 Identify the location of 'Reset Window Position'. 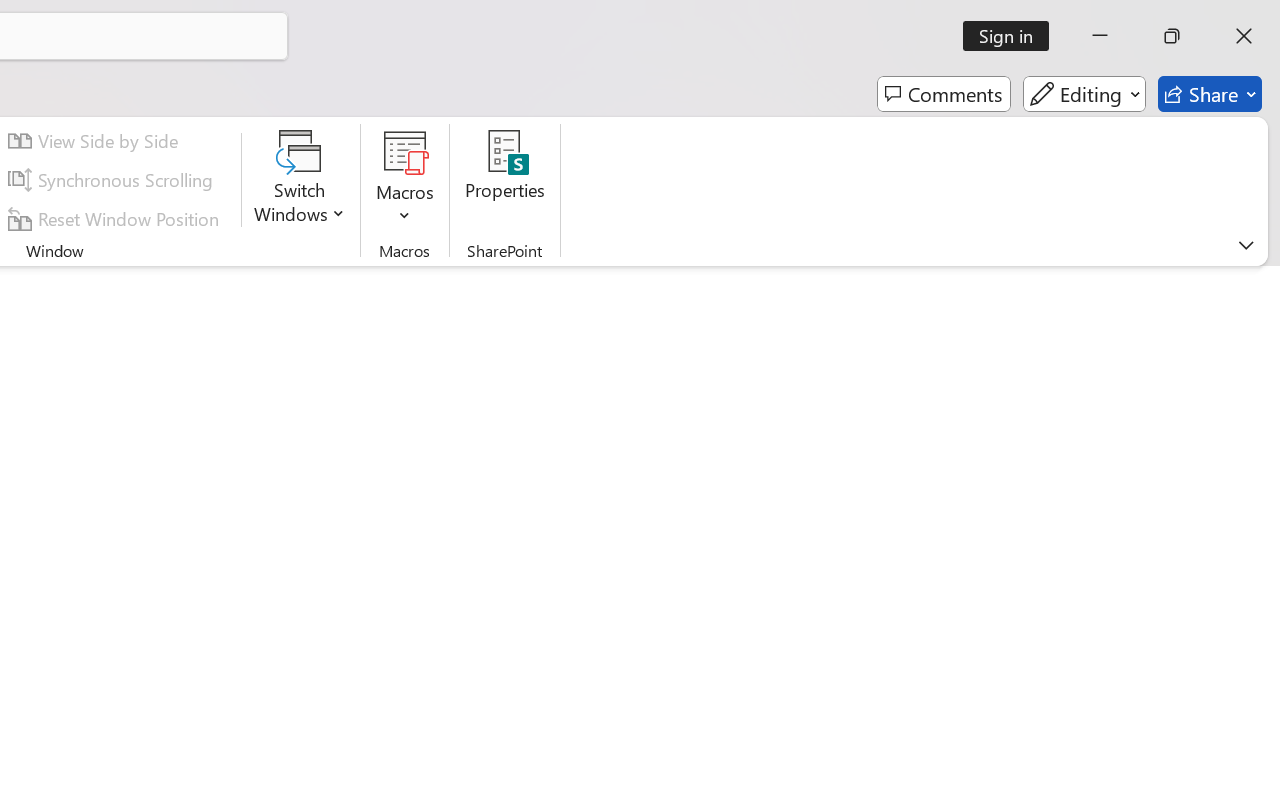
(116, 218).